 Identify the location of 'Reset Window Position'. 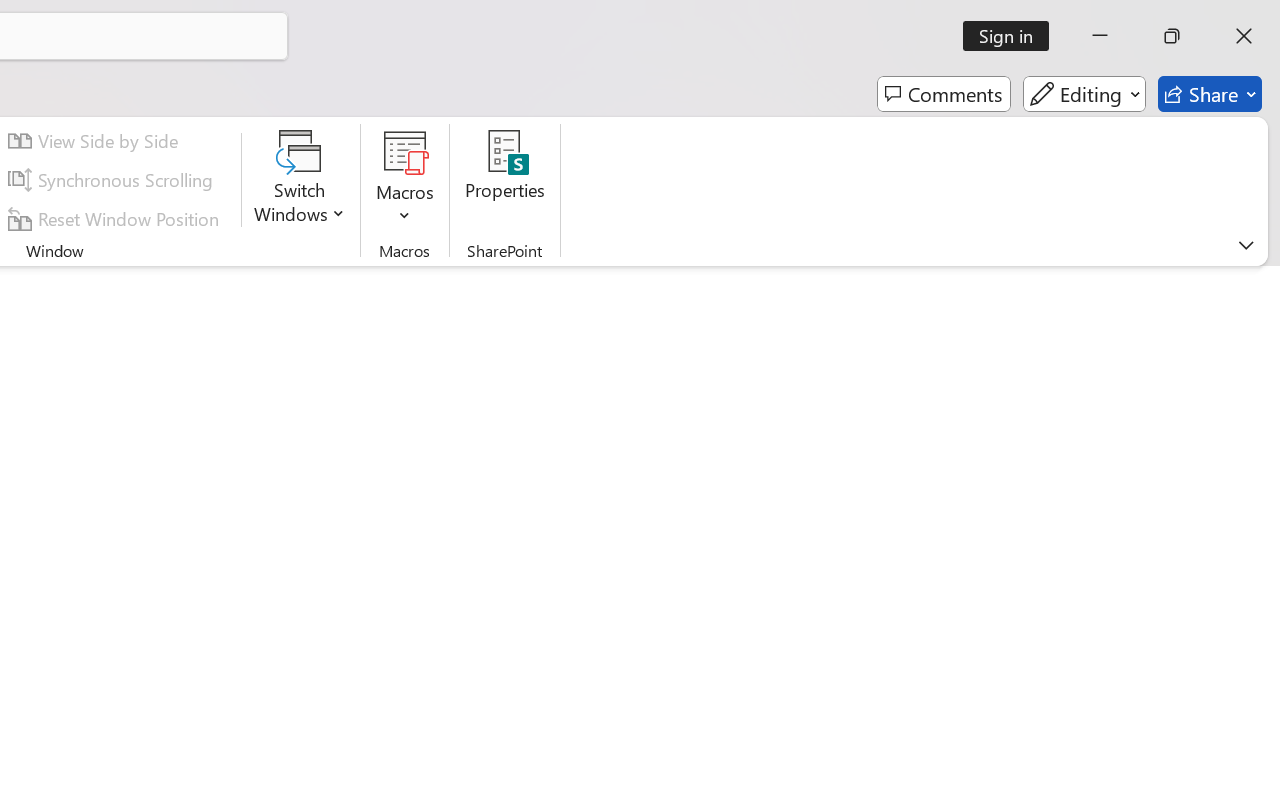
(116, 218).